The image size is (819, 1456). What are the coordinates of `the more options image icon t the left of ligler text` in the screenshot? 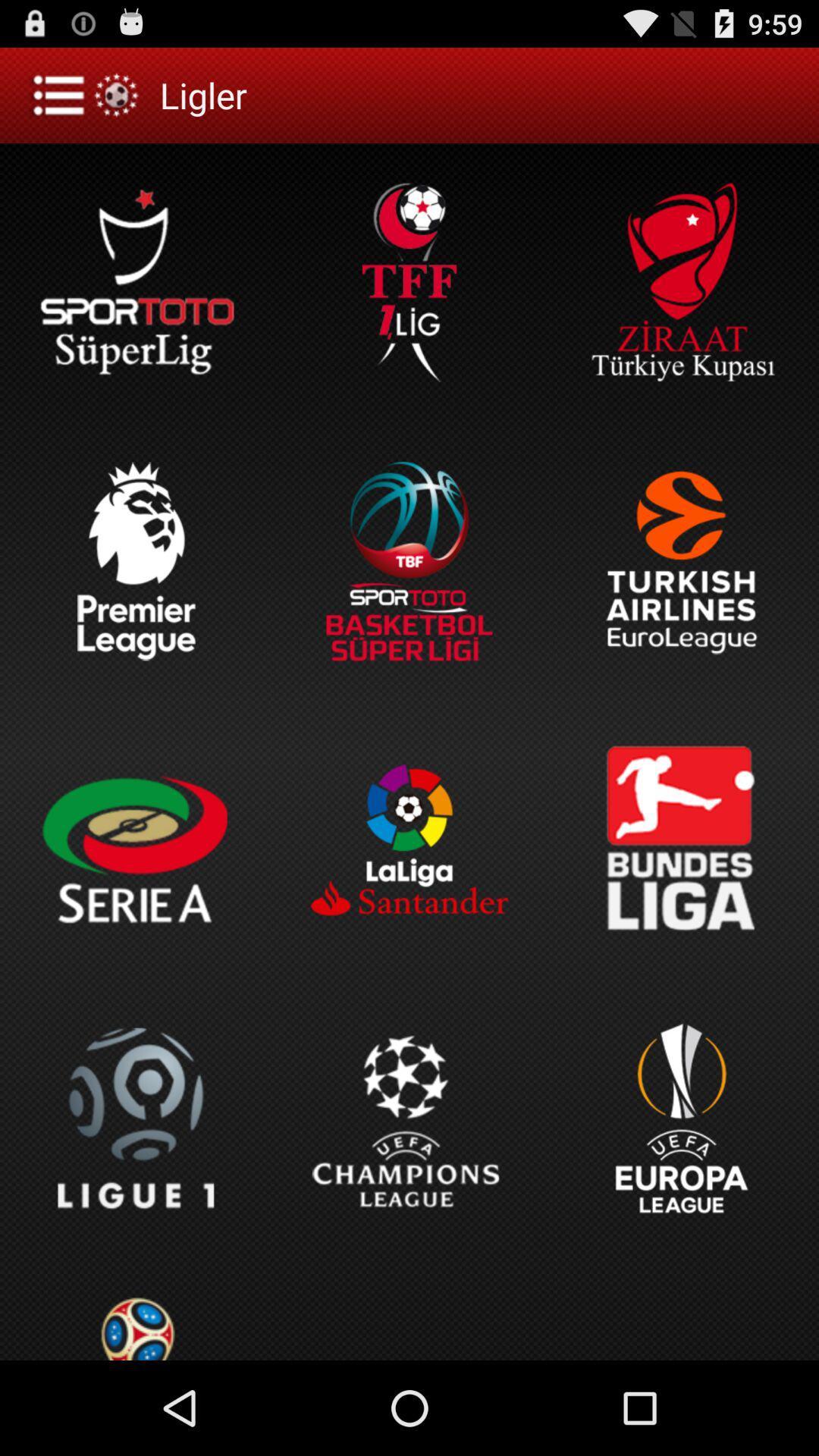 It's located at (88, 94).